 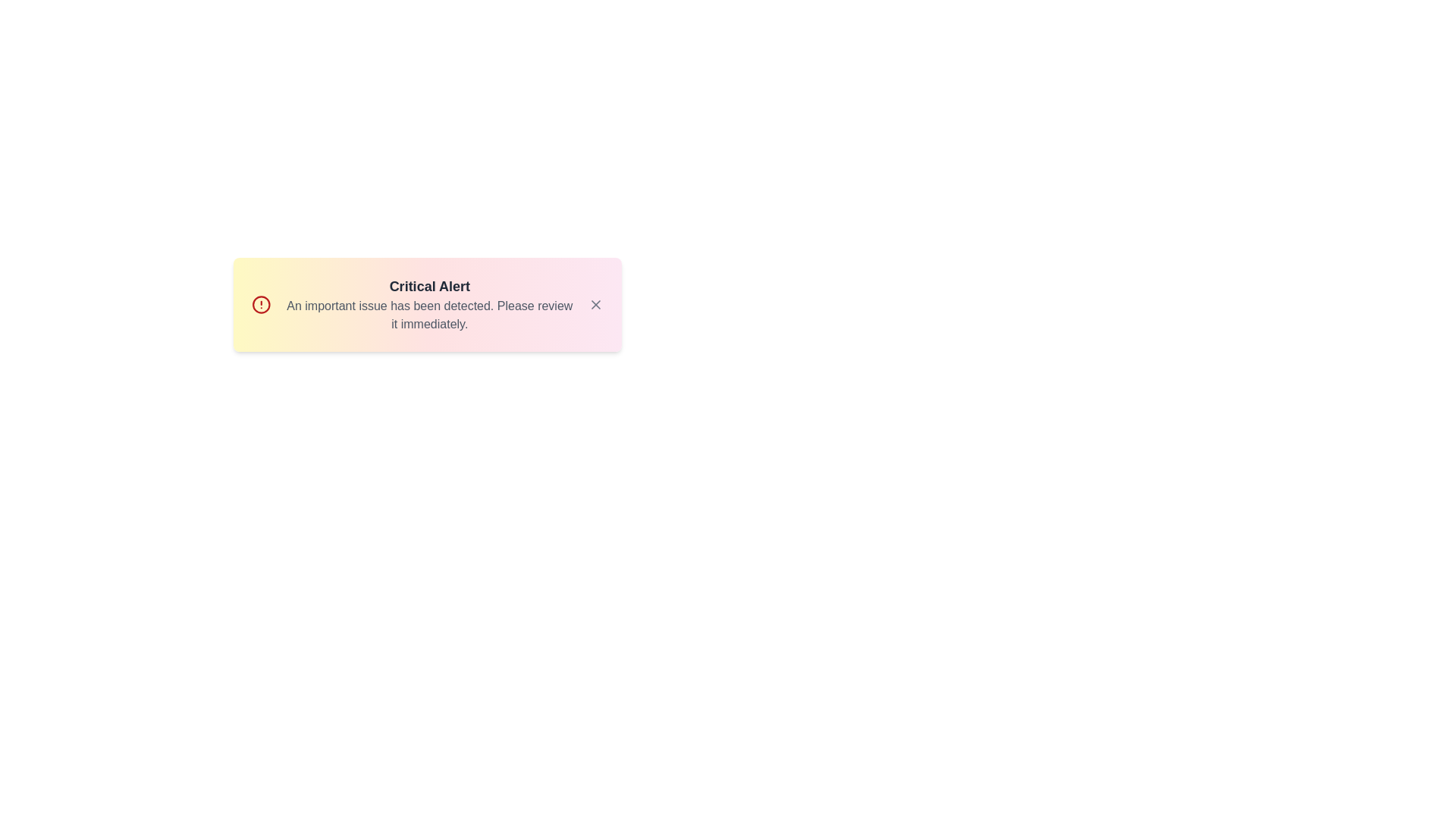 I want to click on the Close Icon Button located in the top-right portion of the 'Critical Alert' notification banner, so click(x=595, y=304).